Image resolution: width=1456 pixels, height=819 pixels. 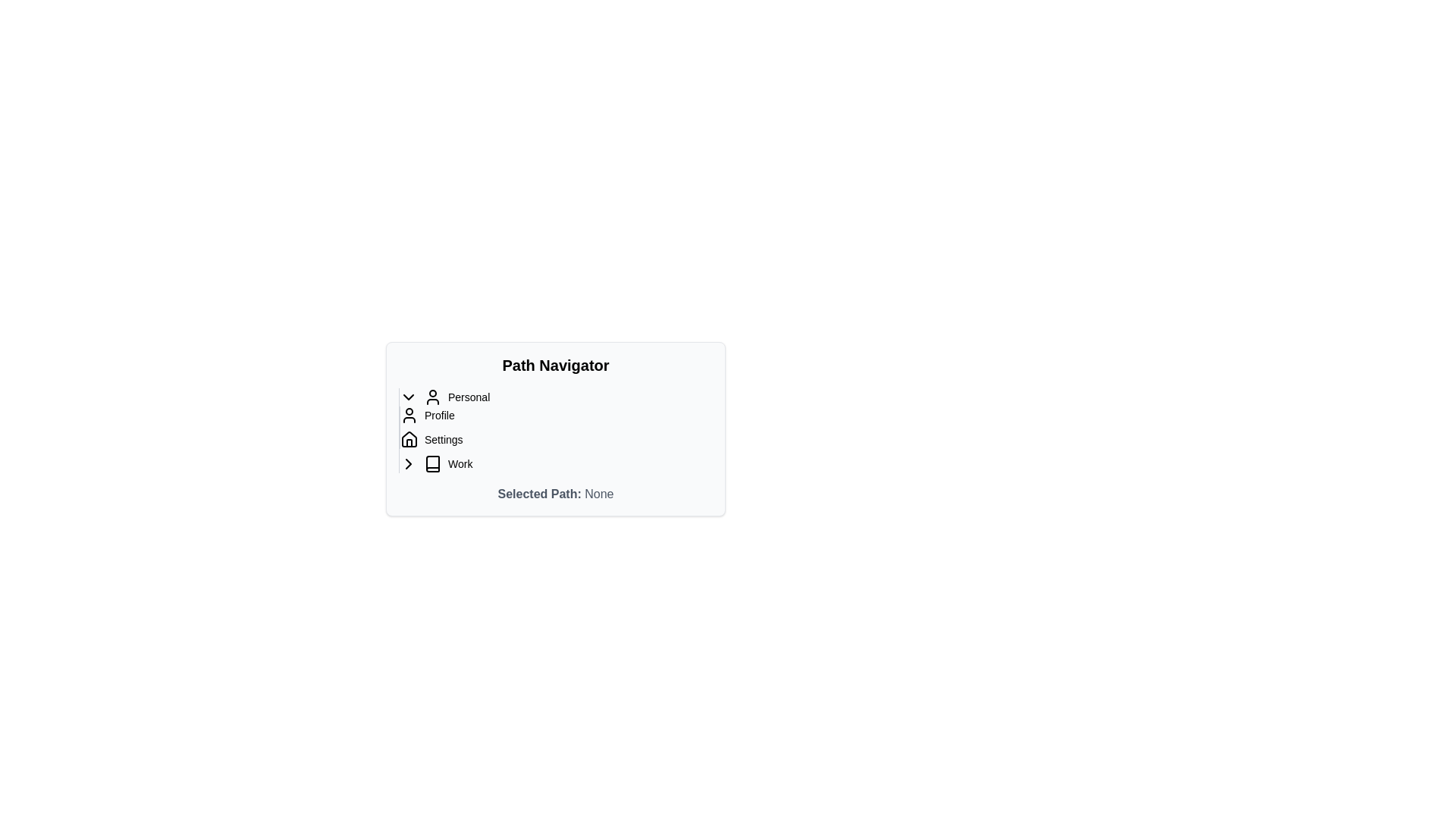 I want to click on the 'Work' category icon in the application's navigation, which is the third icon in a vertical list, positioned to the left of the 'Work' label, so click(x=432, y=463).